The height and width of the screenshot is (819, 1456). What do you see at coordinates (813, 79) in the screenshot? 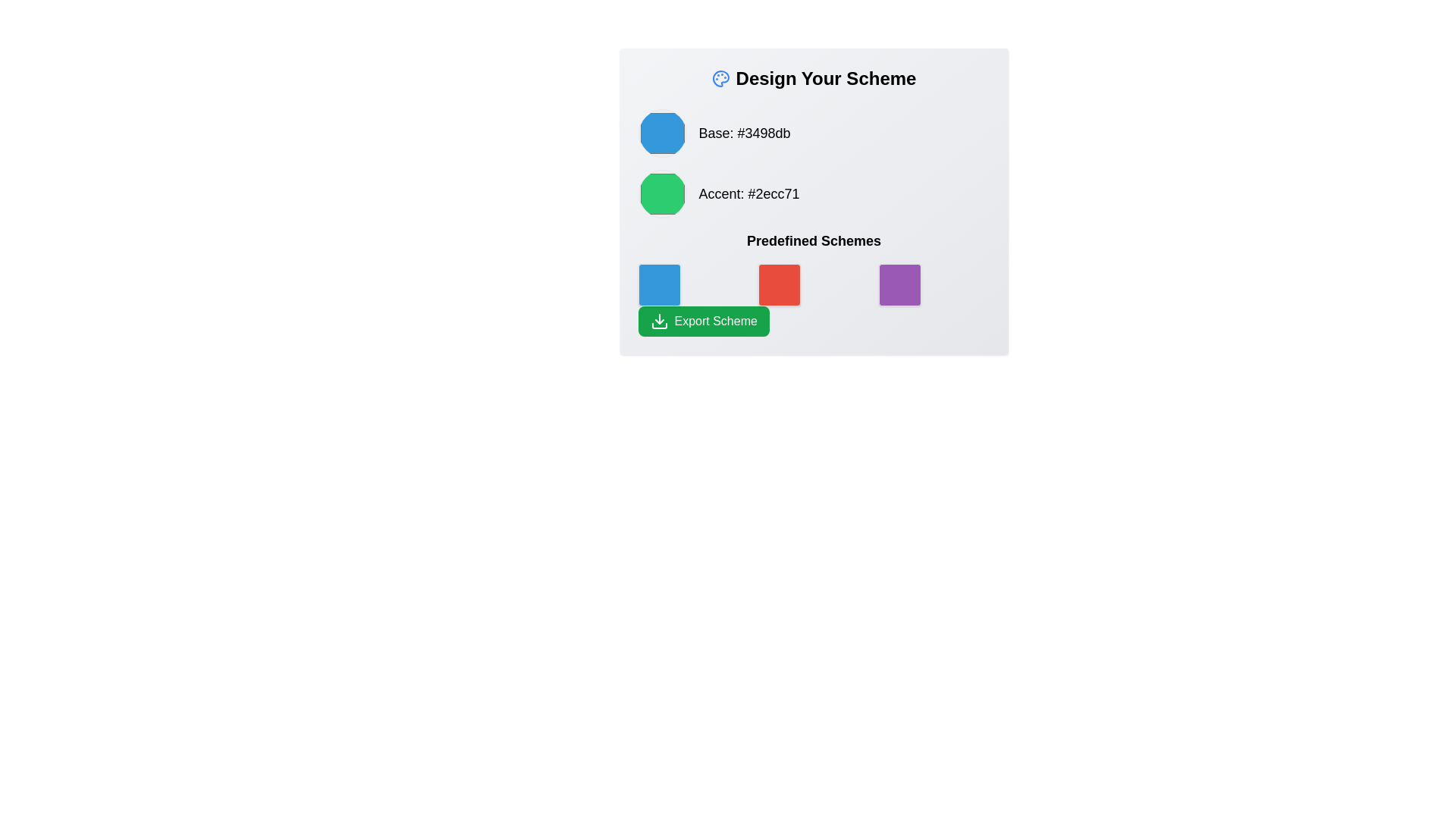
I see `the header element at the top of the panel, which serves as a title for the section related to designing a scheme` at bounding box center [813, 79].